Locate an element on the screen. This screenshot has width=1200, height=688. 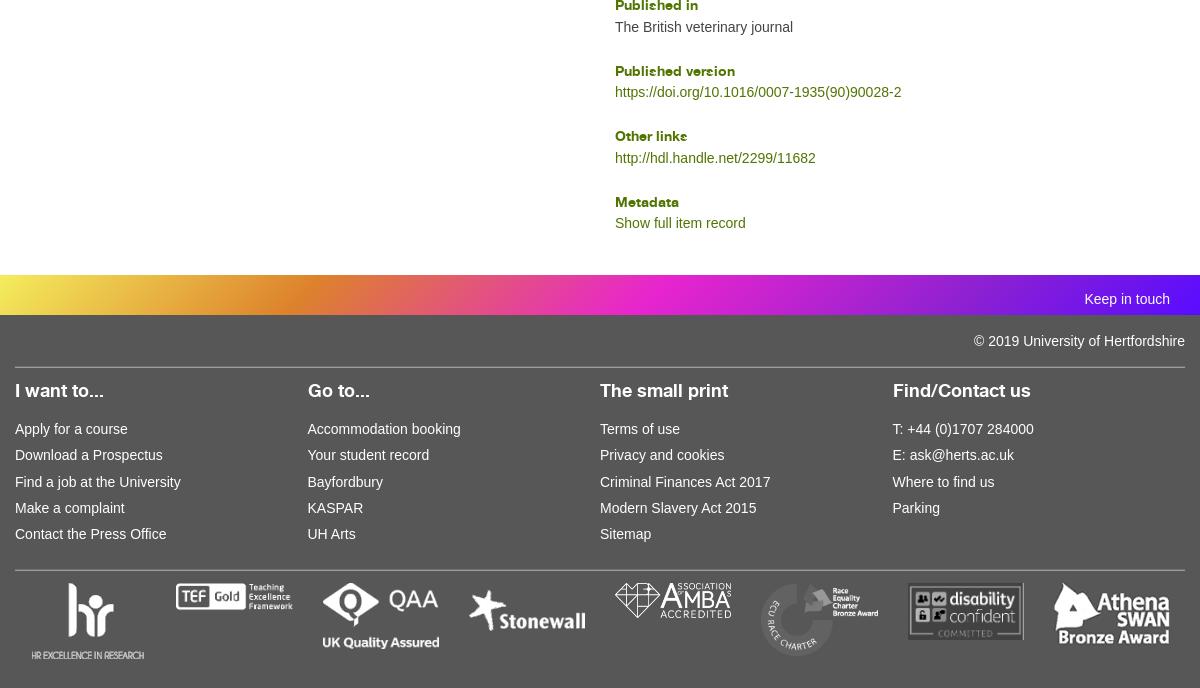
'Apply for a course' is located at coordinates (15, 428).